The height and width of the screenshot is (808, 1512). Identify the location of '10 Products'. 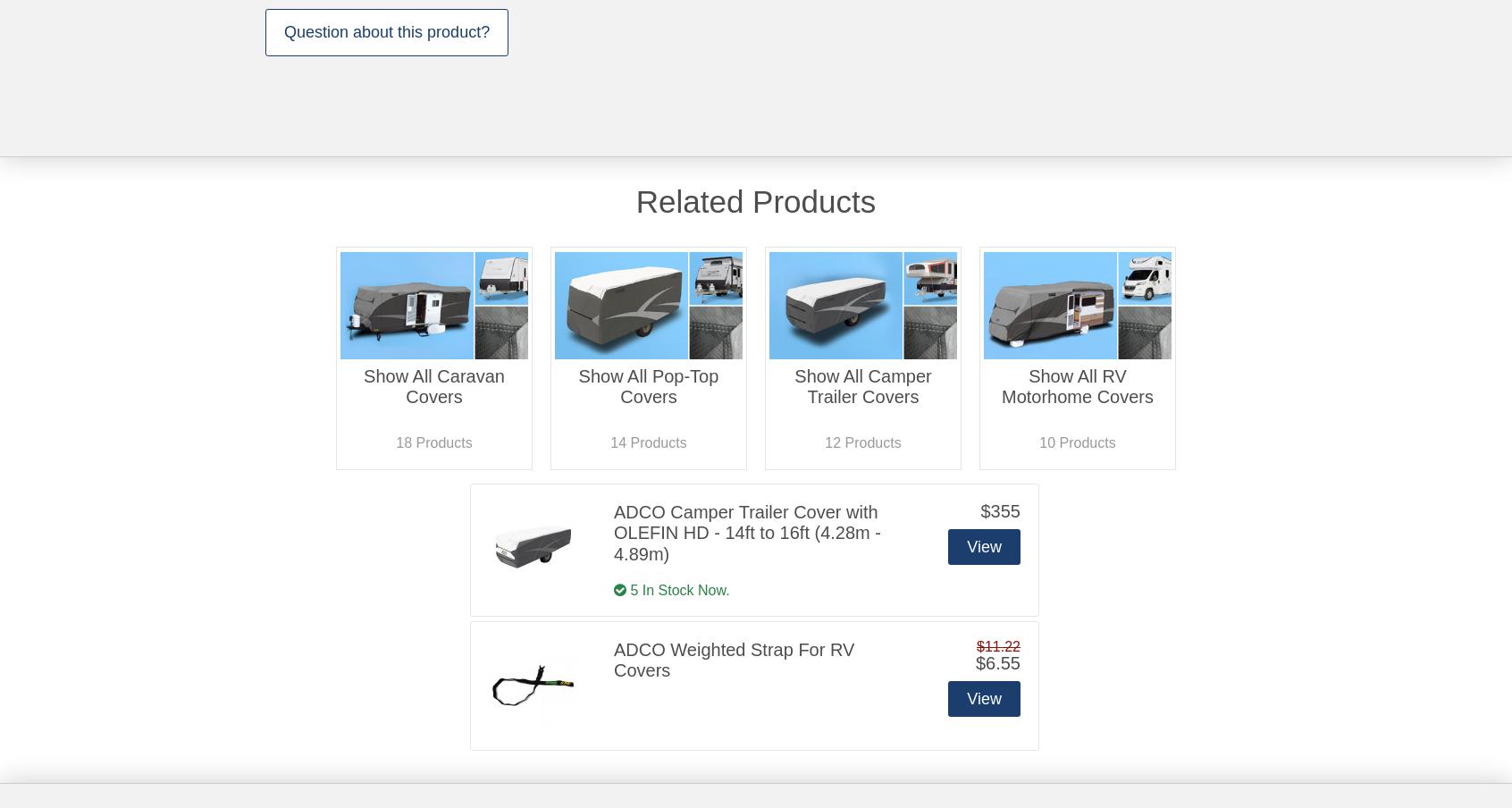
(1077, 441).